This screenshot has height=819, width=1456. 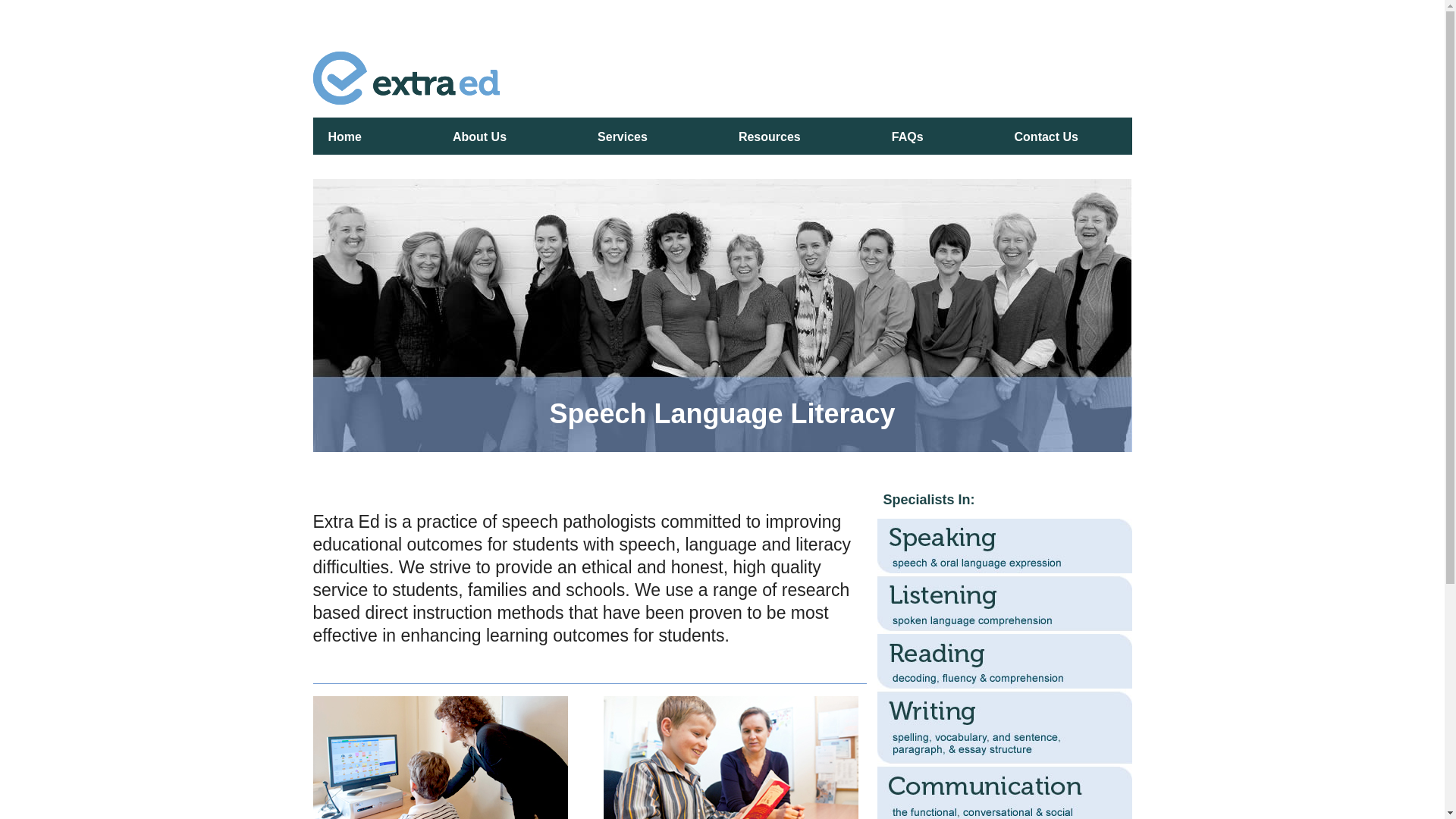 I want to click on 'About Us', so click(x=479, y=135).